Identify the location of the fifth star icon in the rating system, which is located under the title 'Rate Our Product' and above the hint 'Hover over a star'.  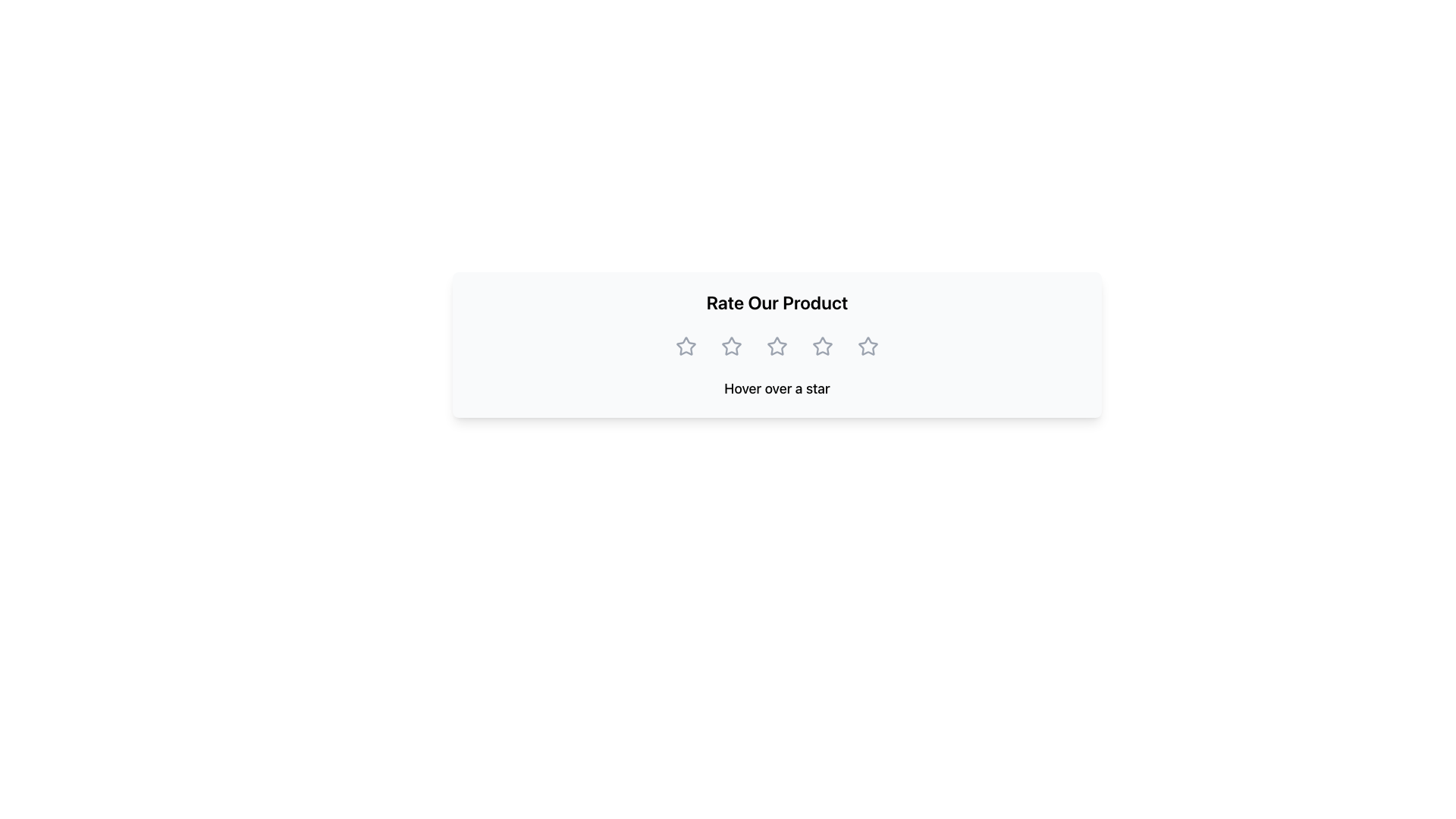
(868, 346).